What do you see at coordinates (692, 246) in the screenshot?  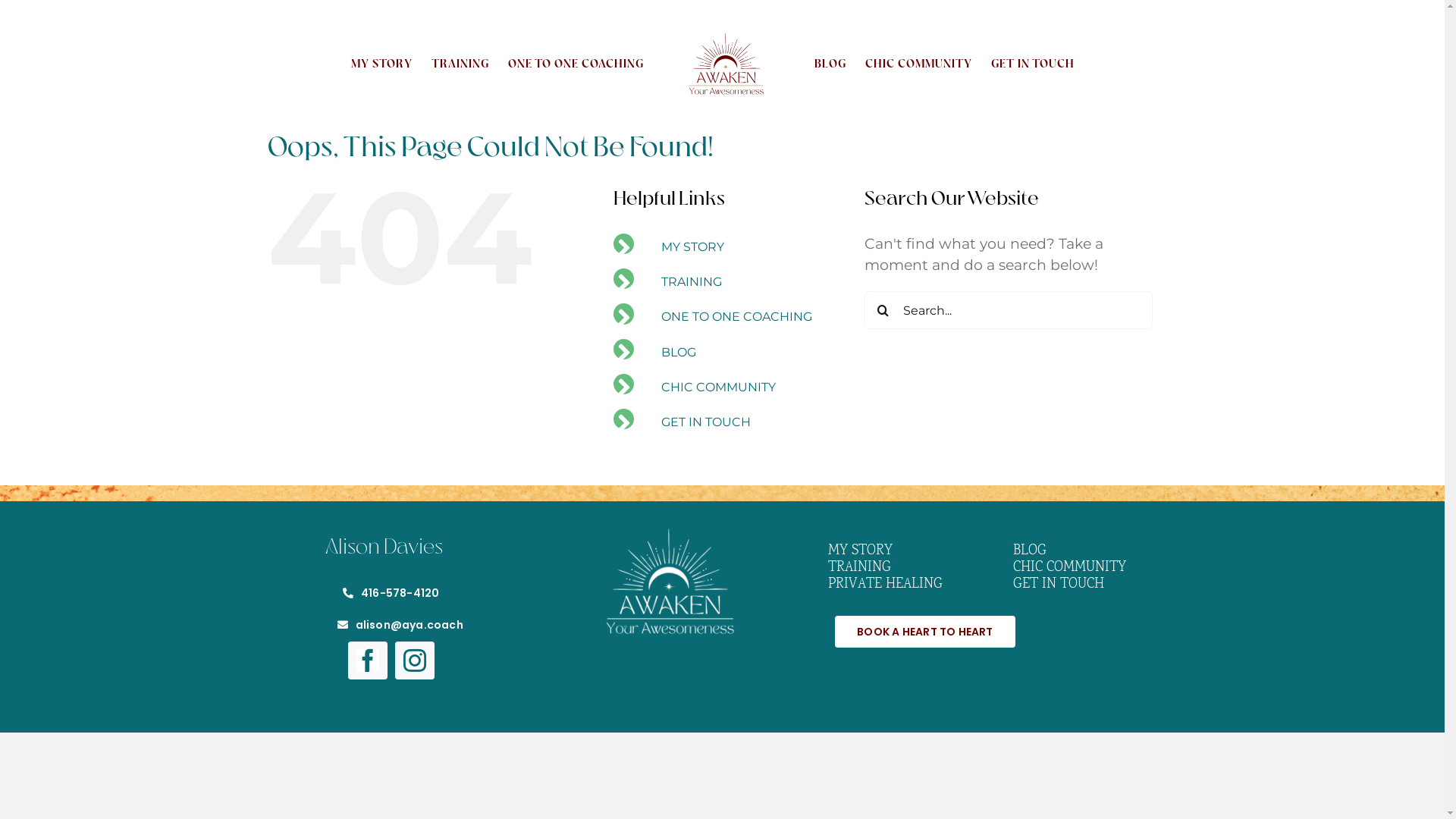 I see `'MY STORY'` at bounding box center [692, 246].